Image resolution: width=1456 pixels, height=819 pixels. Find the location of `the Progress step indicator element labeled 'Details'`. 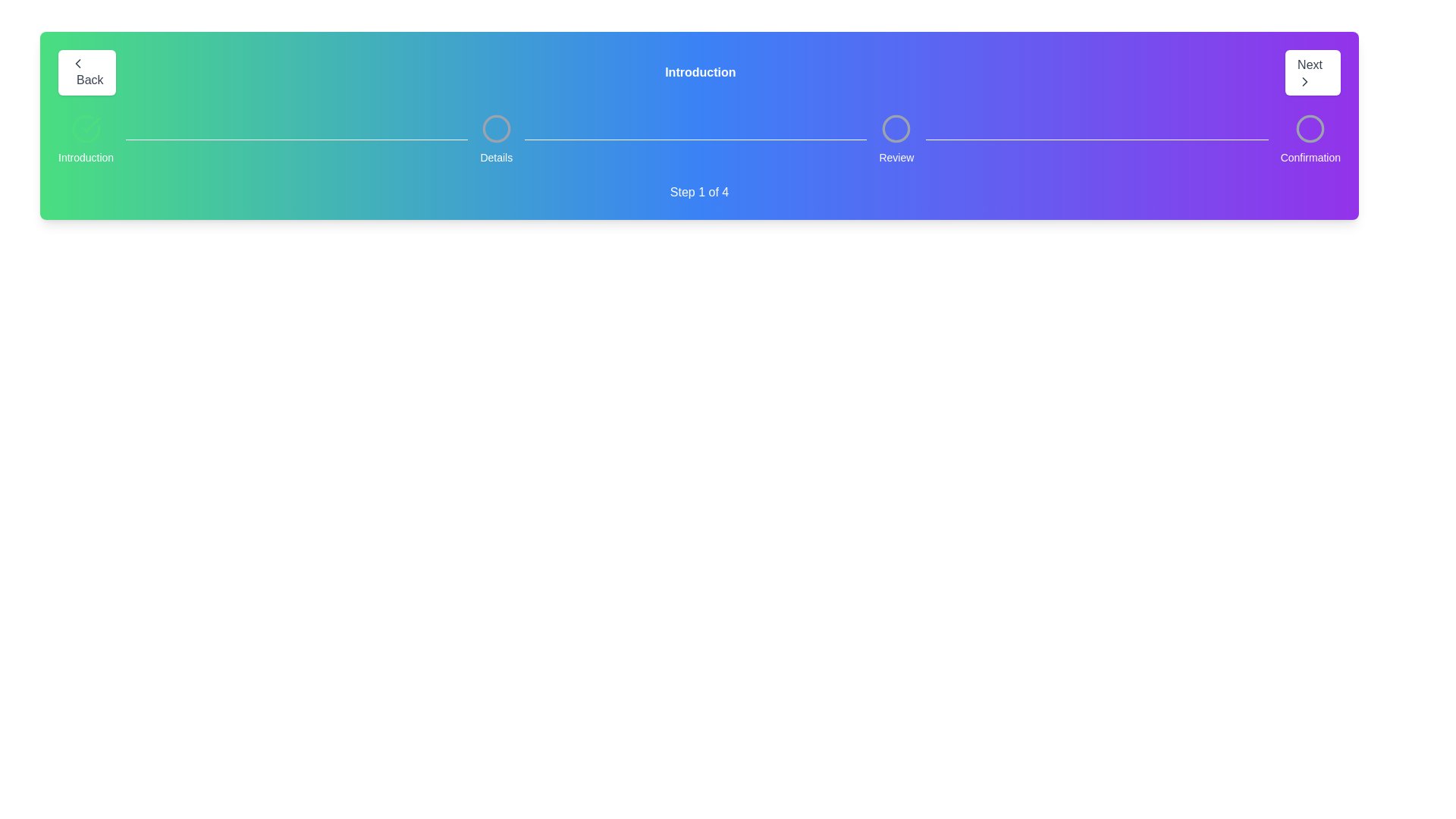

the Progress step indicator element labeled 'Details' is located at coordinates (496, 140).